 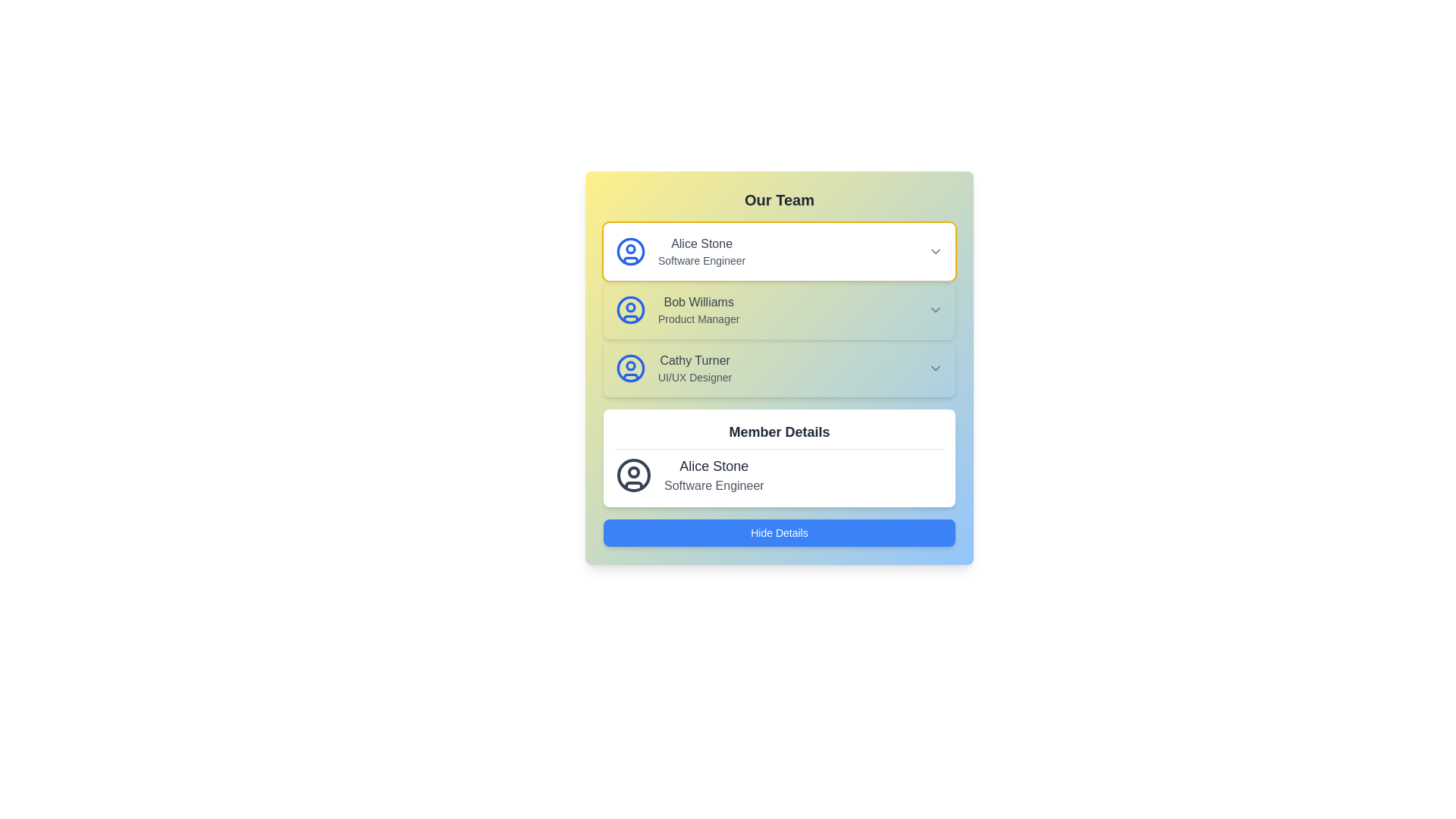 I want to click on the outermost circle of the user profile icon representing 'Alice Stone' located under the 'Our Team' heading, so click(x=630, y=250).